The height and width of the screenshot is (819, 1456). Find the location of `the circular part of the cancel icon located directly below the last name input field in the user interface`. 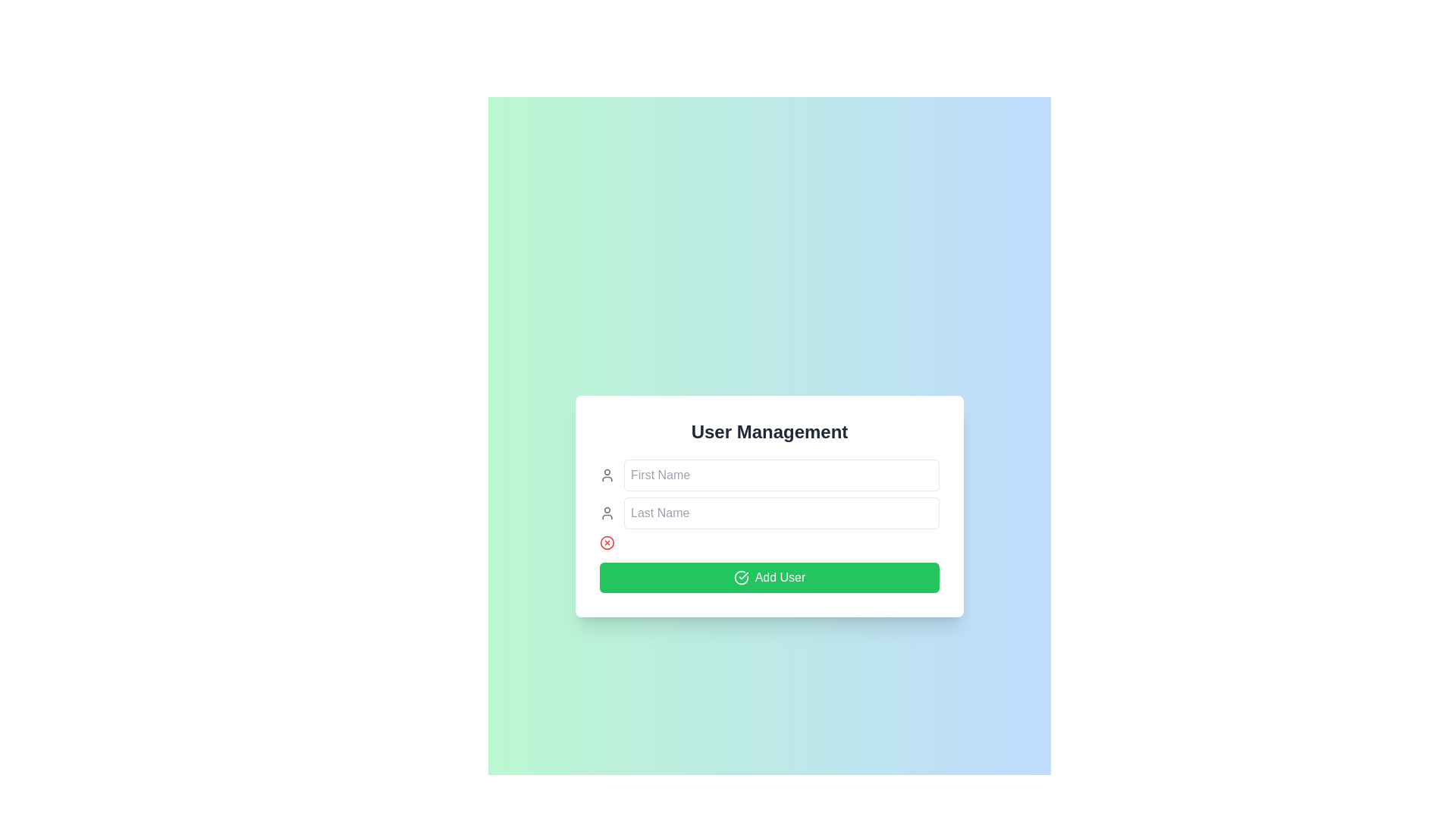

the circular part of the cancel icon located directly below the last name input field in the user interface is located at coordinates (607, 542).